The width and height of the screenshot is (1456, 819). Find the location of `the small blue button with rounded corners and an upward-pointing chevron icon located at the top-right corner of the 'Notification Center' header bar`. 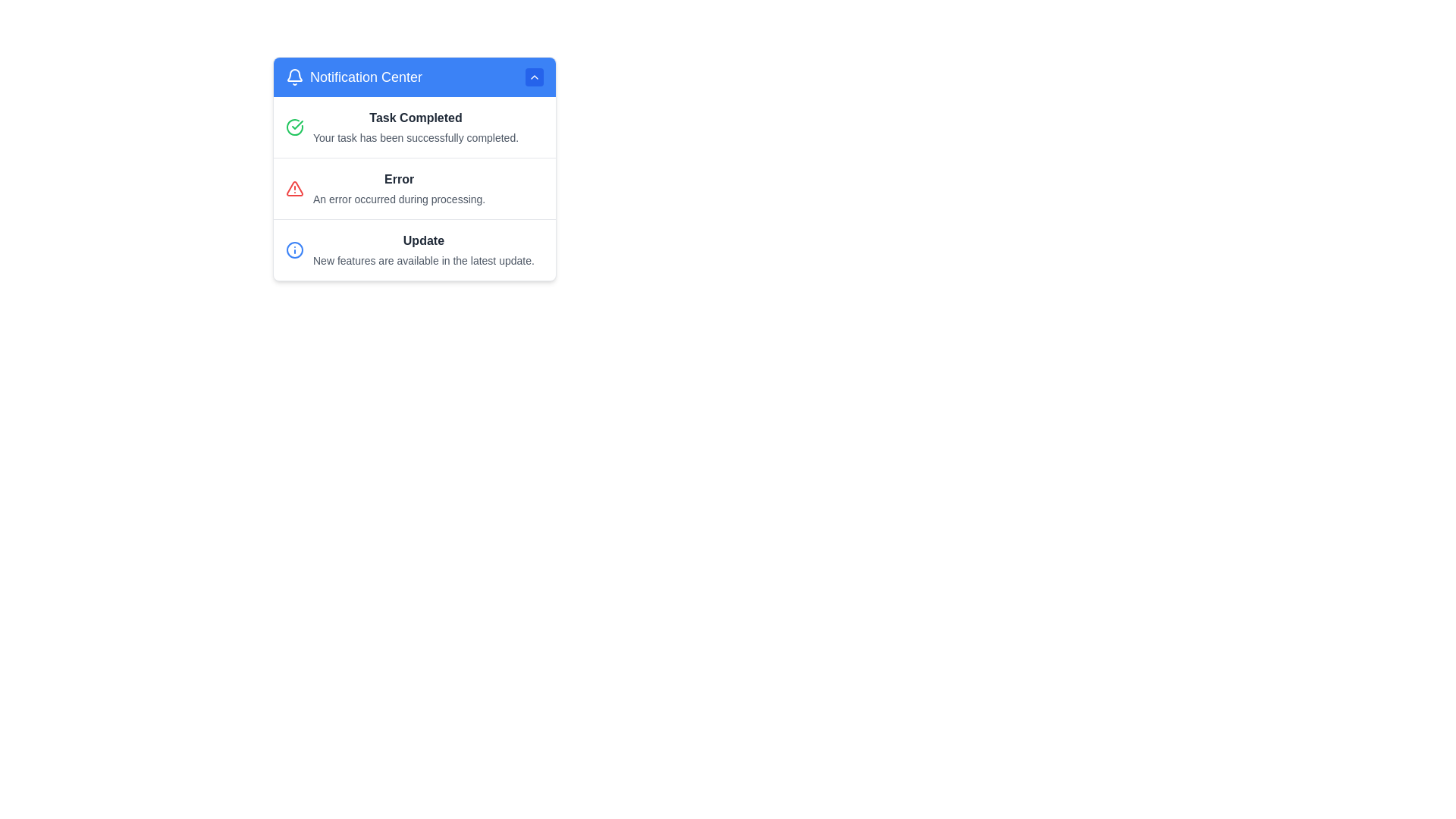

the small blue button with rounded corners and an upward-pointing chevron icon located at the top-right corner of the 'Notification Center' header bar is located at coordinates (535, 77).